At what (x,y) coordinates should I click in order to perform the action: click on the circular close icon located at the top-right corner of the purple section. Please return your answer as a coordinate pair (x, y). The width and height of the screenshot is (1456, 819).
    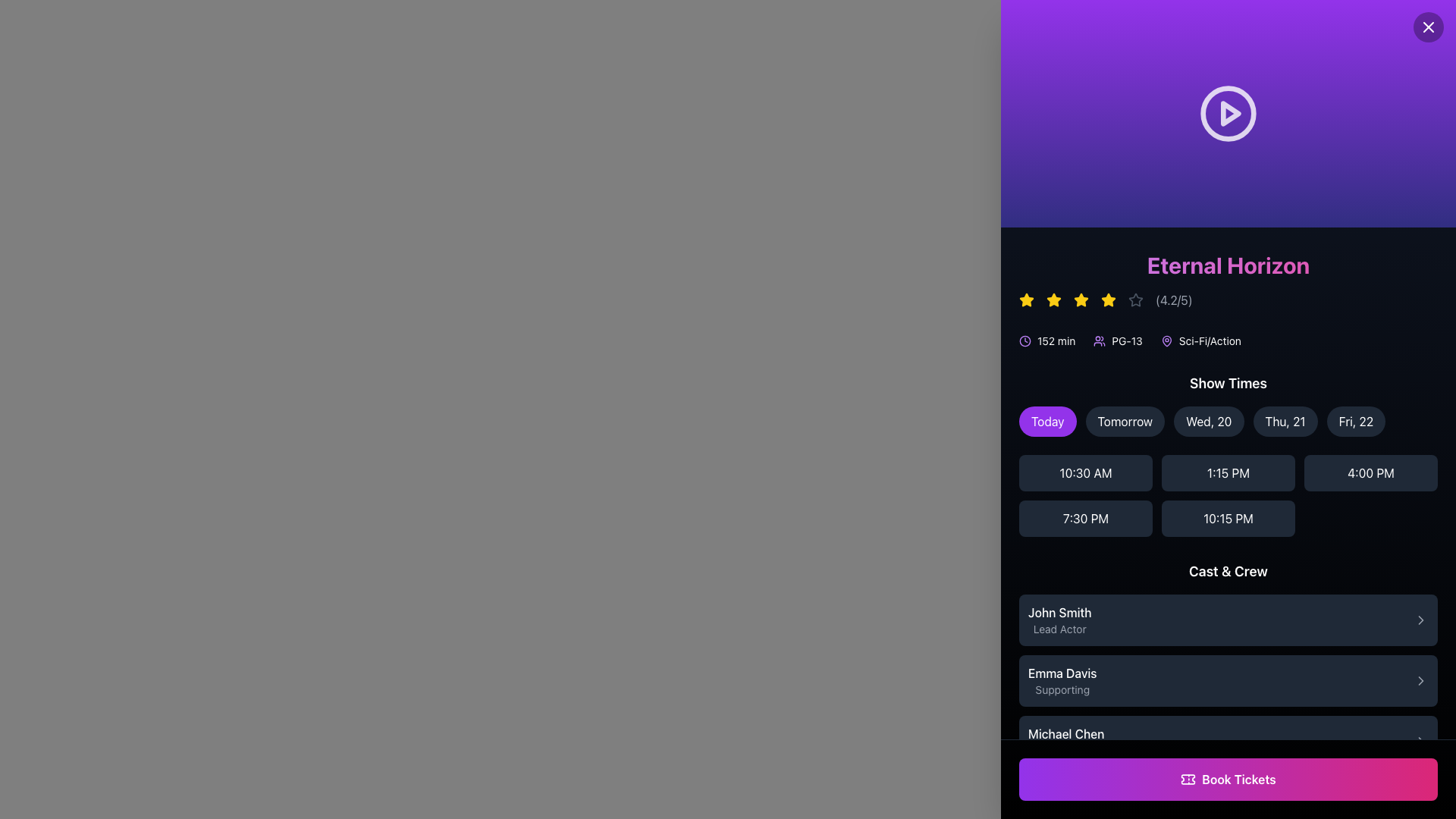
    Looking at the image, I should click on (1427, 27).